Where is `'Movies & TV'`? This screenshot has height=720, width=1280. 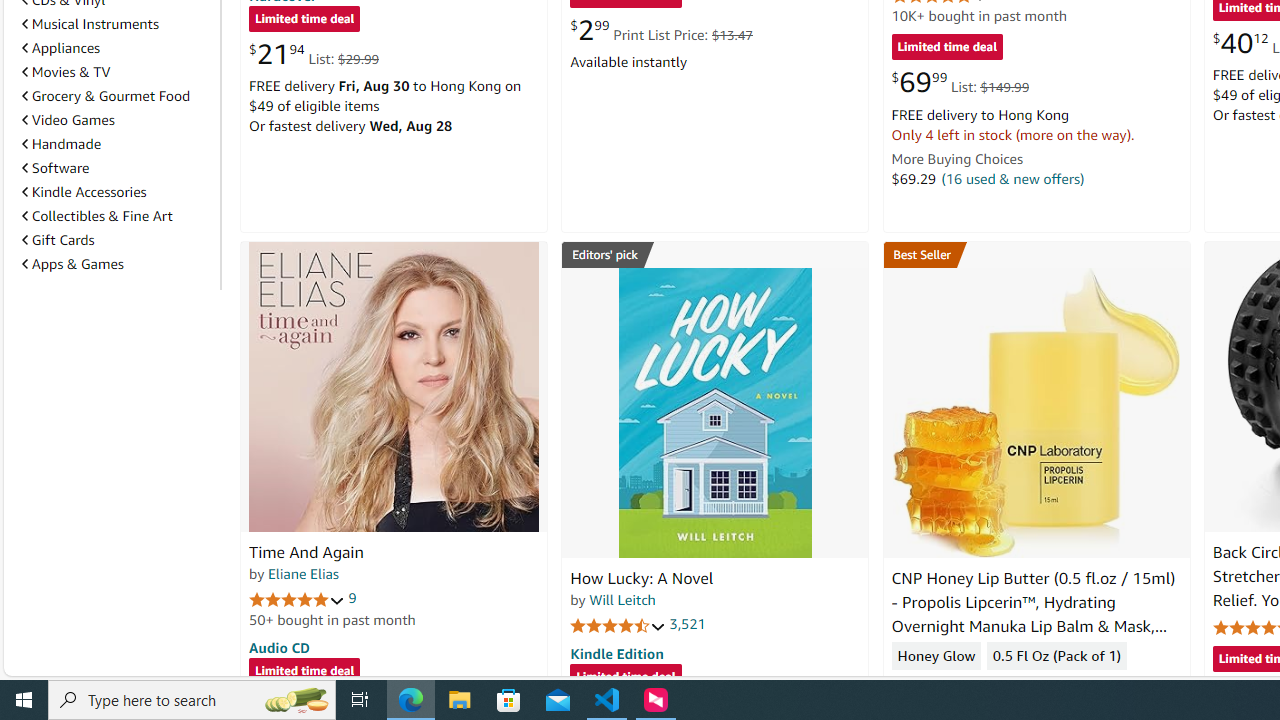
'Movies & TV' is located at coordinates (66, 71).